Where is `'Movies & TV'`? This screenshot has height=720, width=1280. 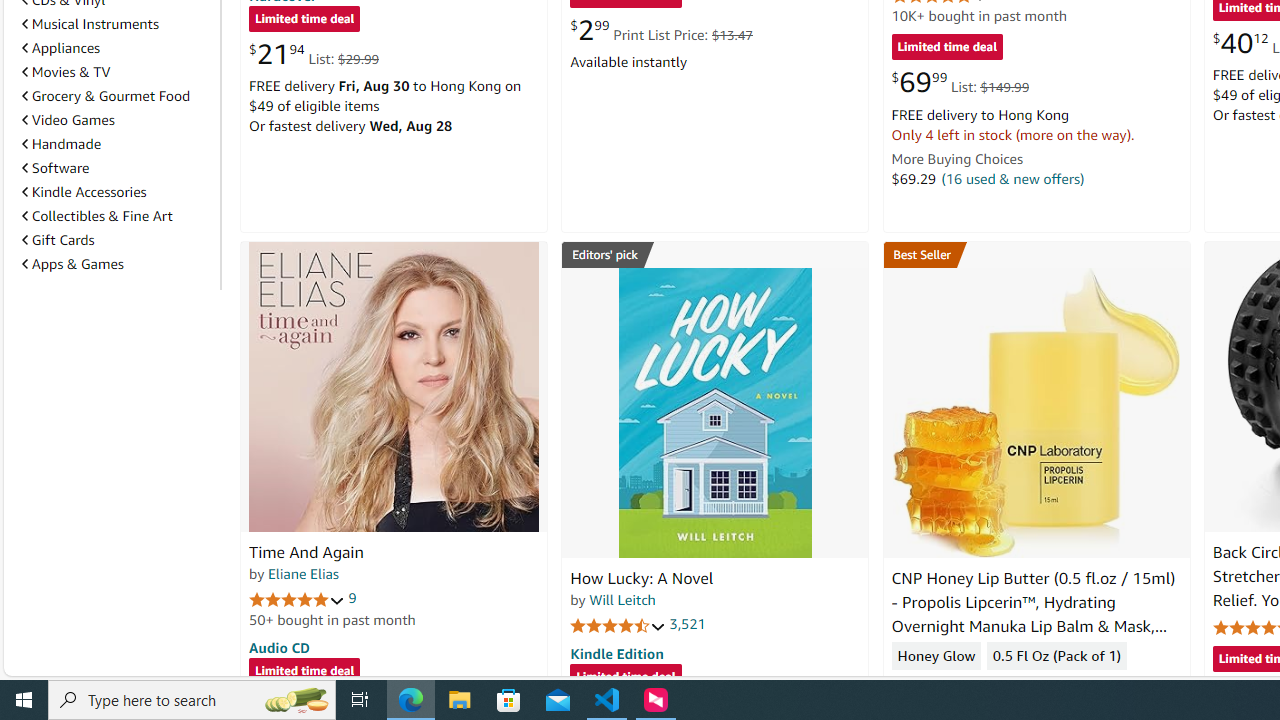
'Movies & TV' is located at coordinates (66, 71).